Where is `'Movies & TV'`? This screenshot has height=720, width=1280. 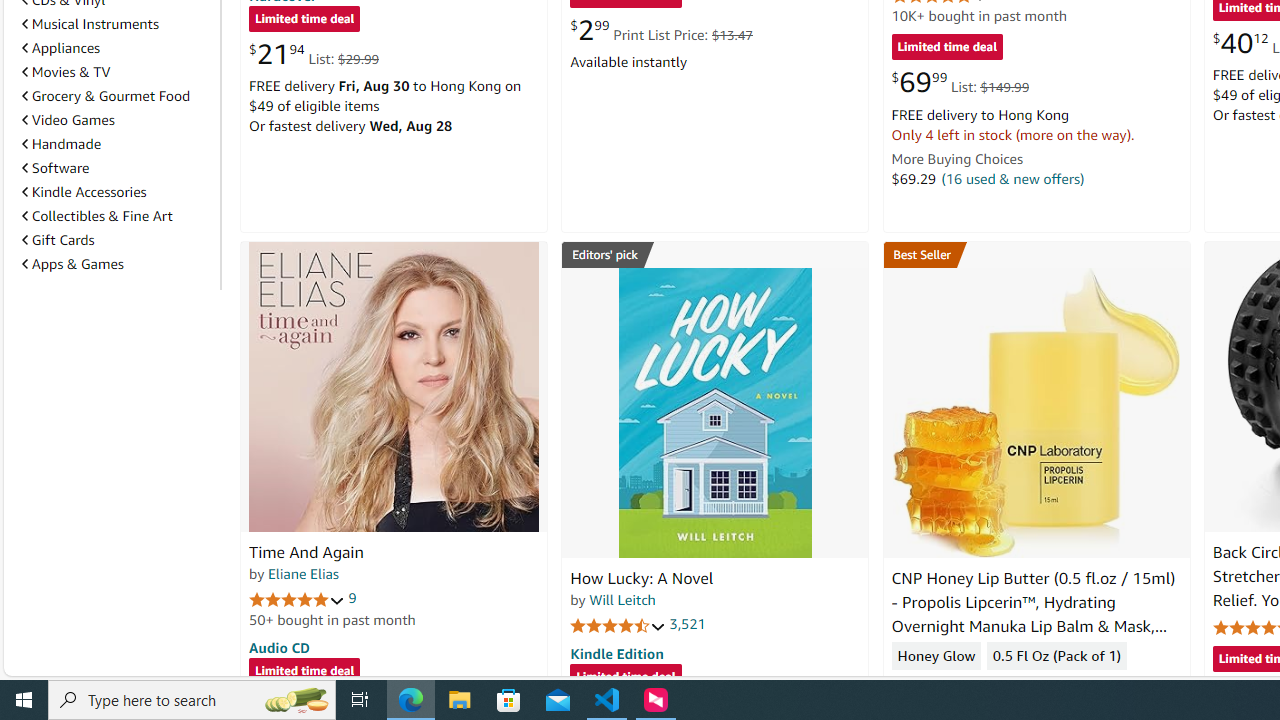
'Movies & TV' is located at coordinates (66, 71).